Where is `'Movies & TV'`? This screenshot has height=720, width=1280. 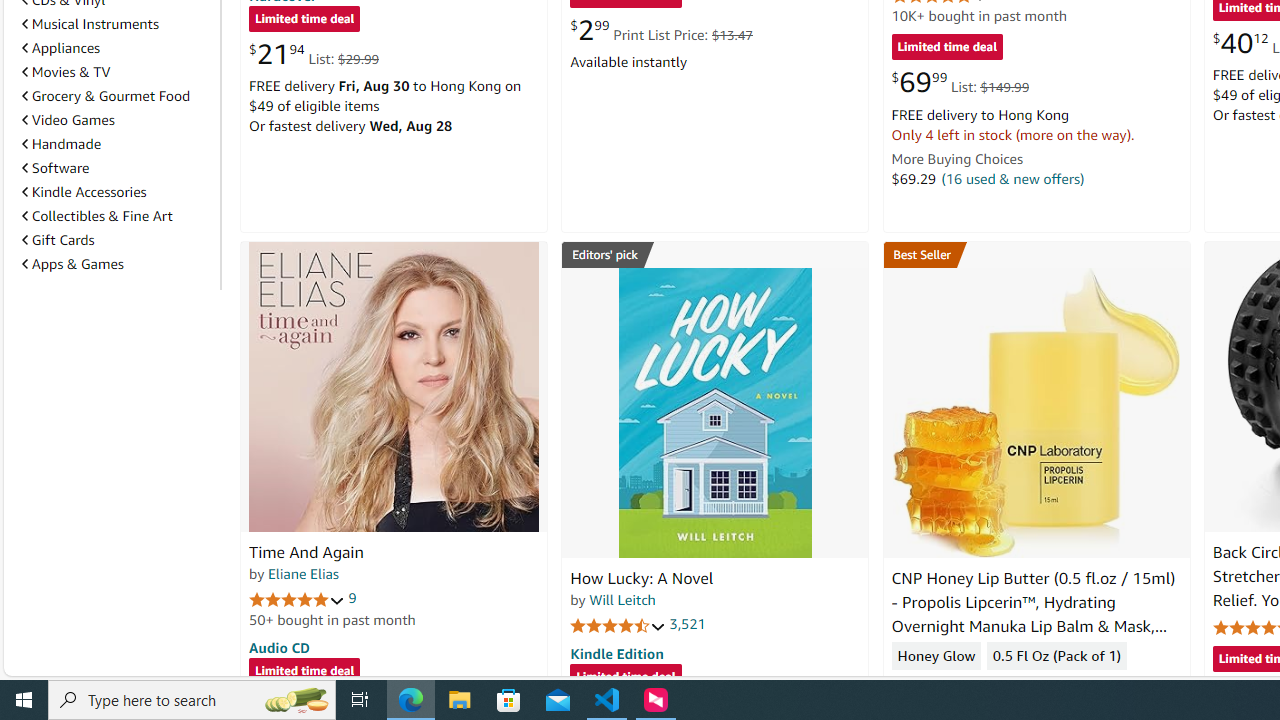
'Movies & TV' is located at coordinates (66, 71).